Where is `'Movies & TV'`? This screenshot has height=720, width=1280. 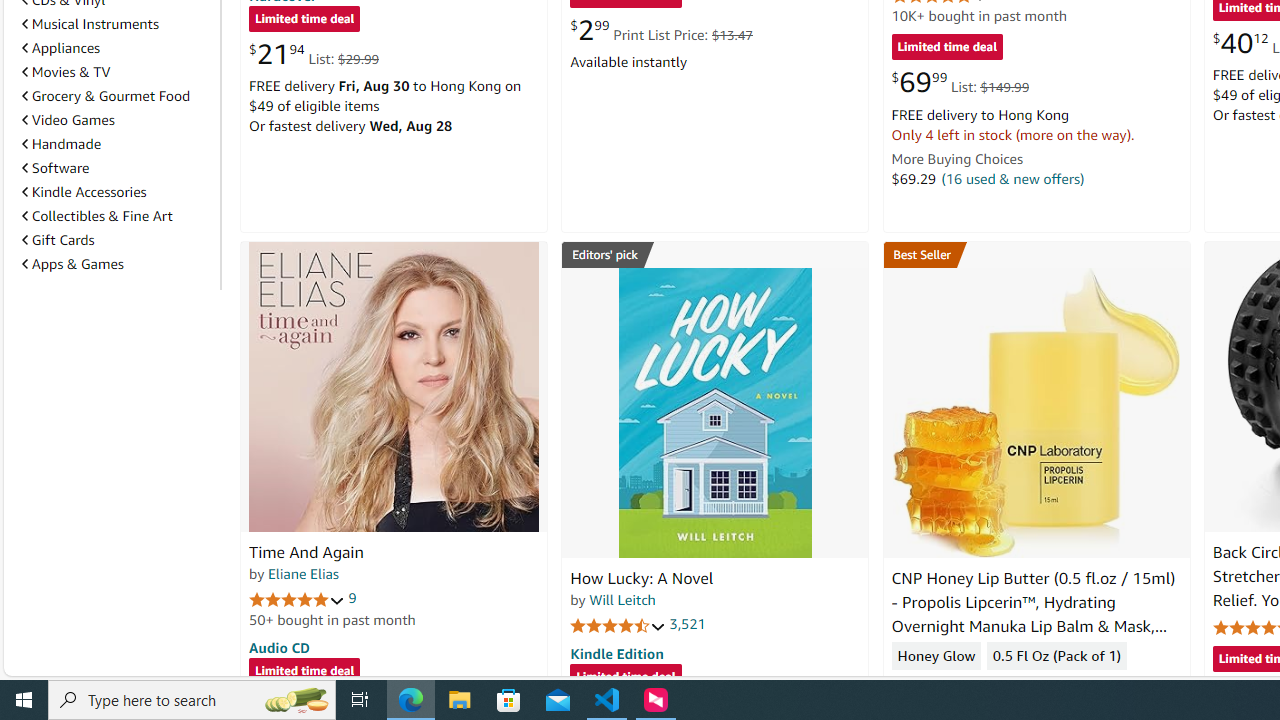
'Movies & TV' is located at coordinates (66, 71).